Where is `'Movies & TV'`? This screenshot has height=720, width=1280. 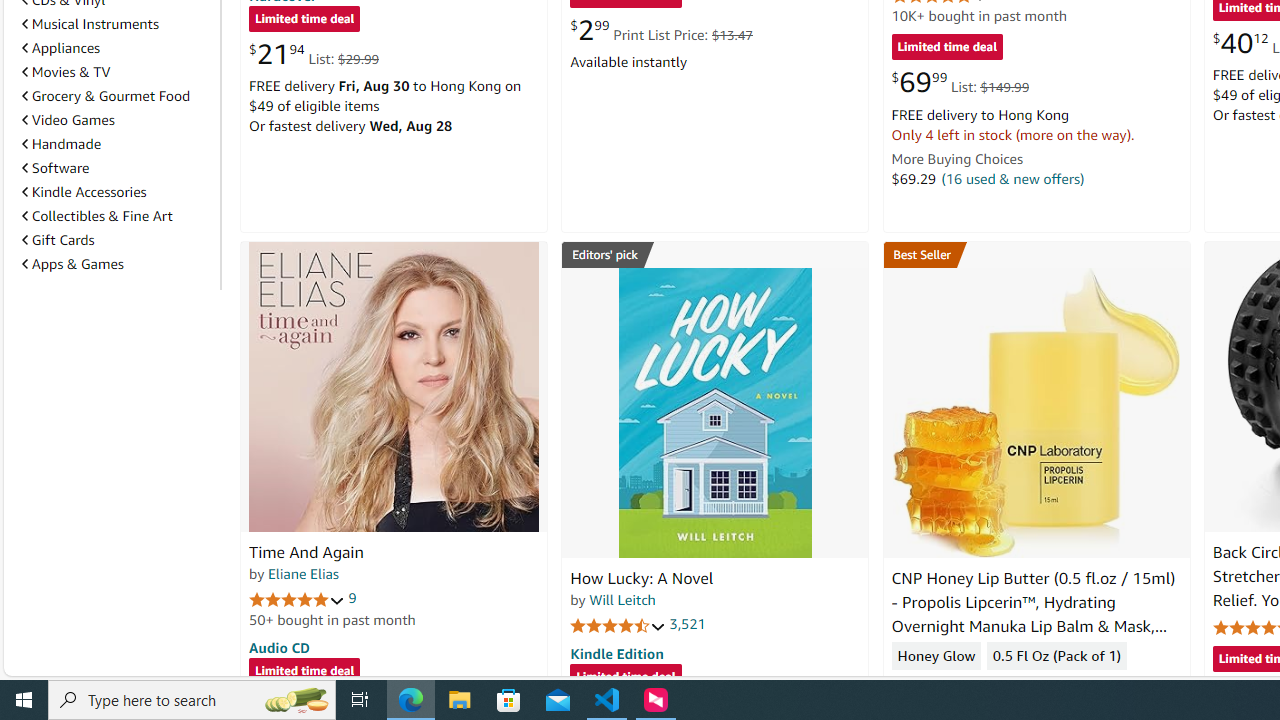
'Movies & TV' is located at coordinates (66, 71).